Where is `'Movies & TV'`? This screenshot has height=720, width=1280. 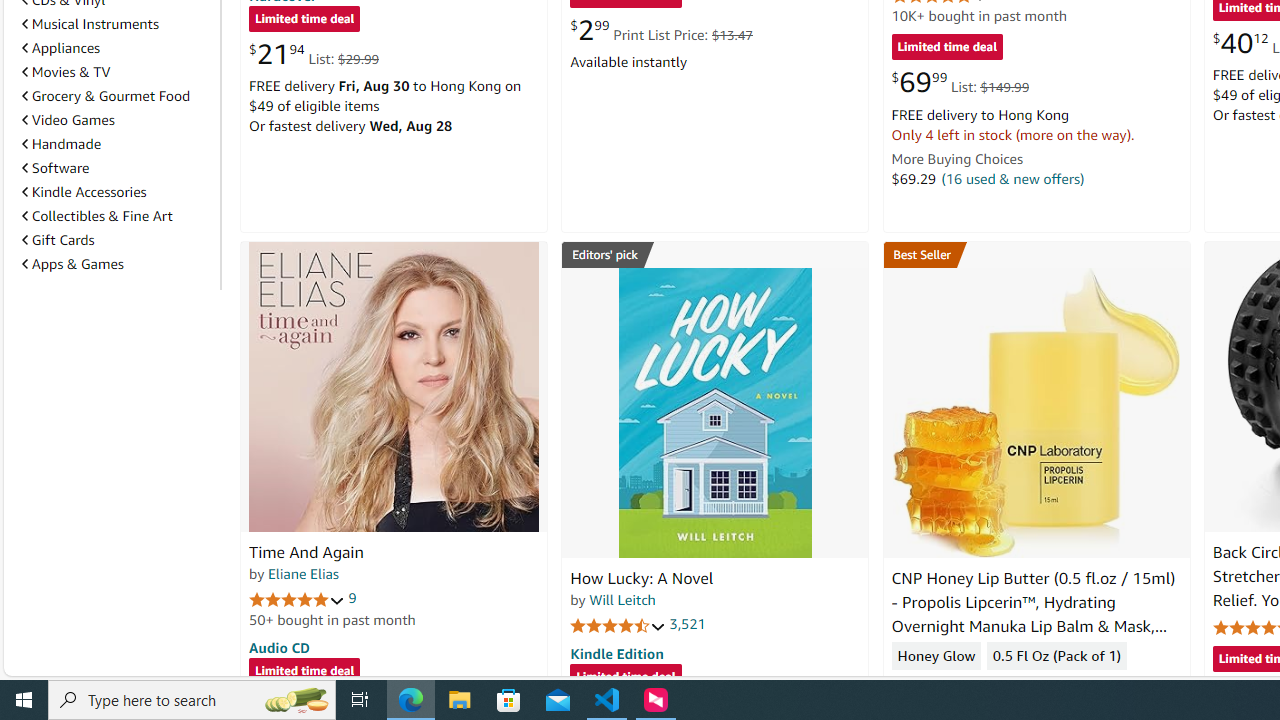
'Movies & TV' is located at coordinates (66, 71).